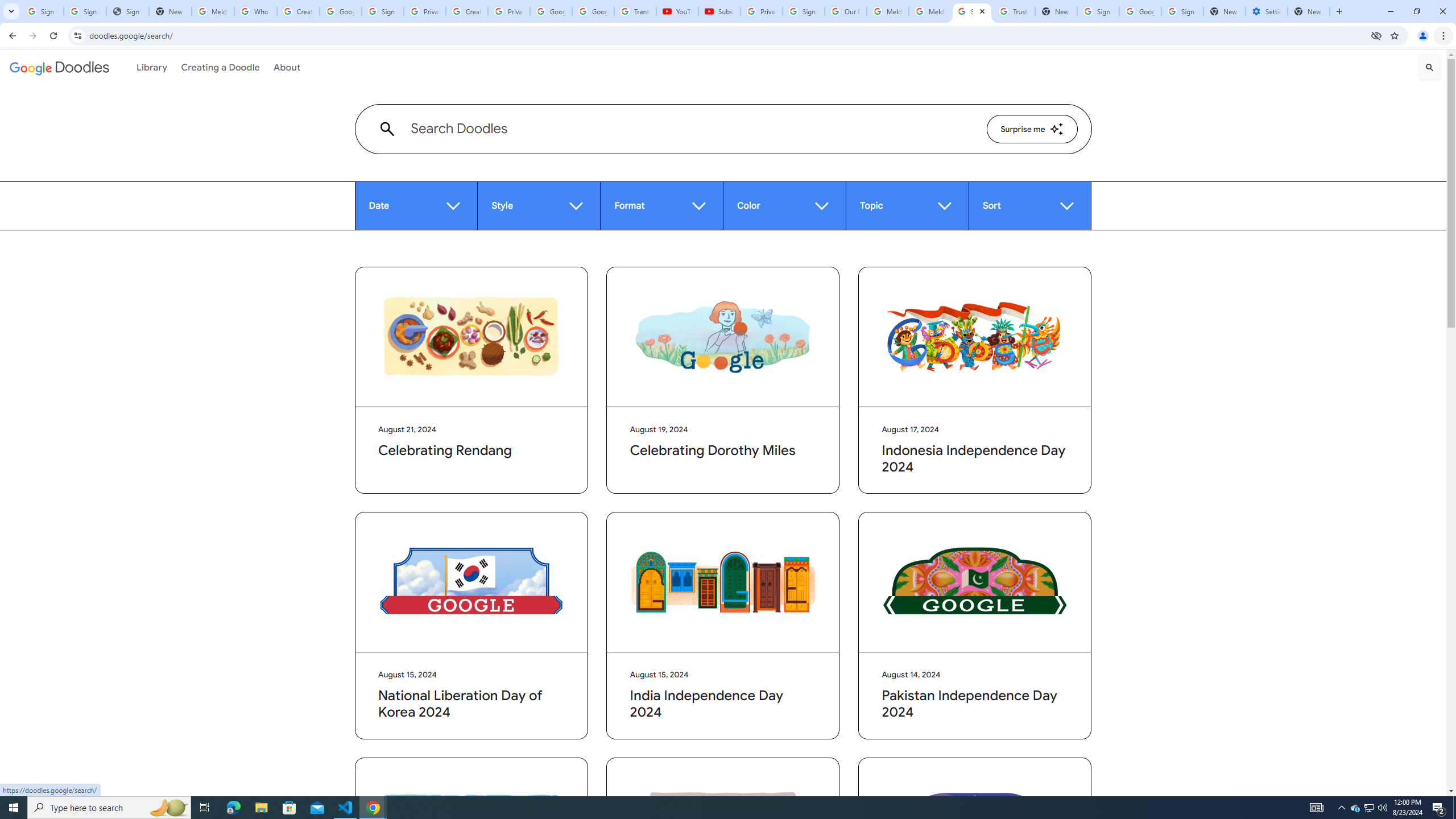 The width and height of the screenshot is (1456, 819). I want to click on 'Library', so click(151, 67).